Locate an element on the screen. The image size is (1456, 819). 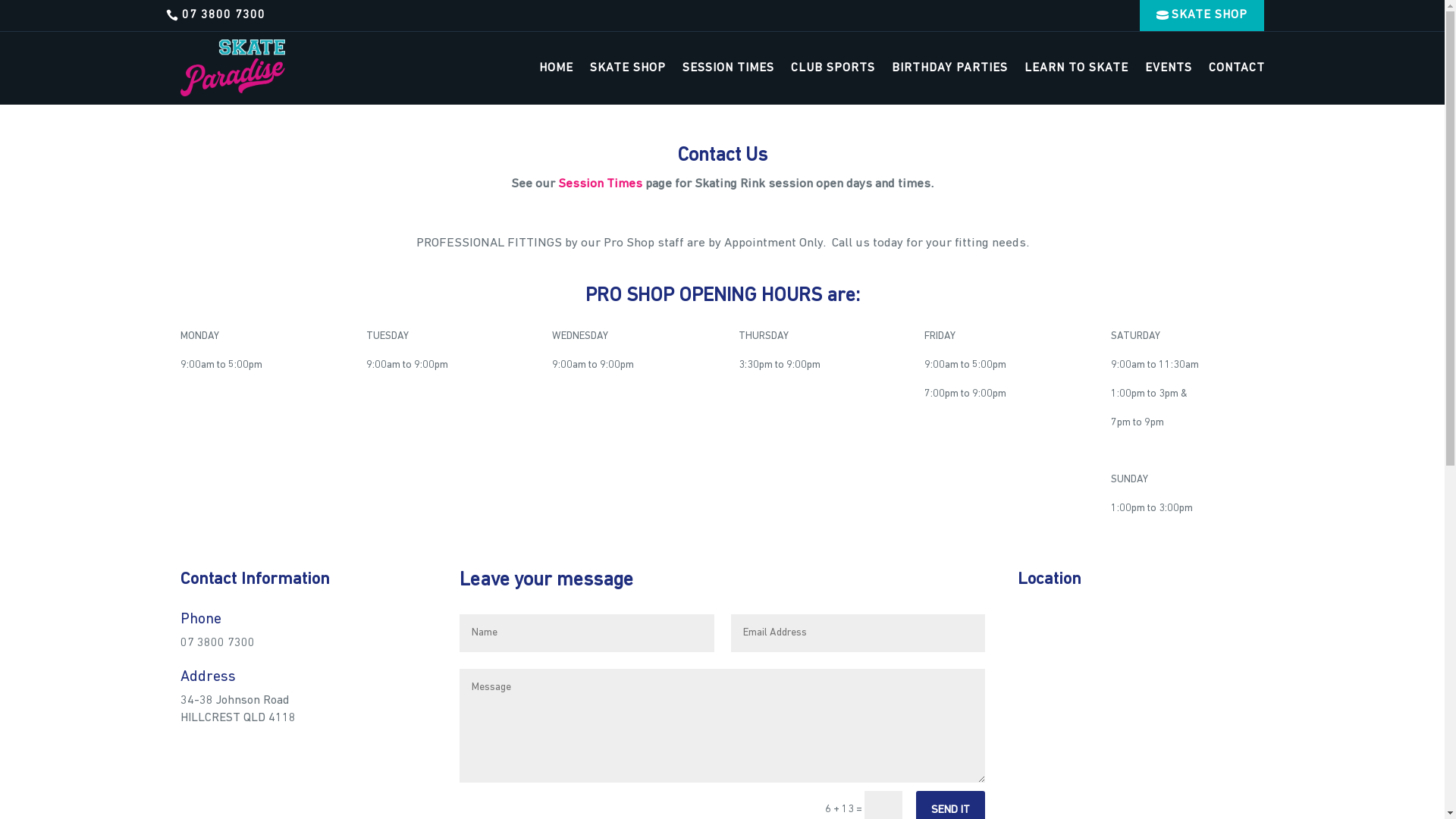
'BIRTHDAY PARTIES' is located at coordinates (949, 67).